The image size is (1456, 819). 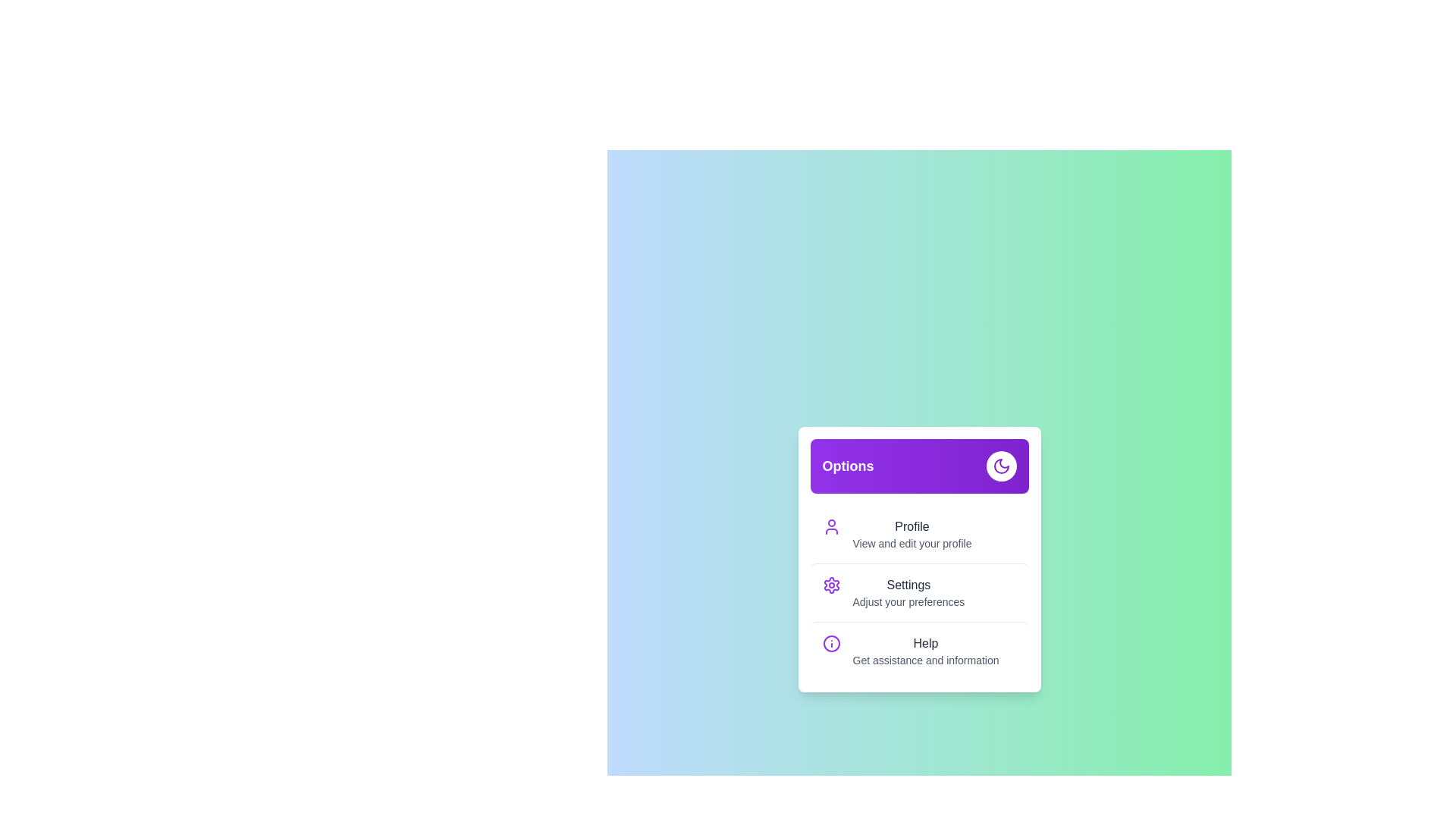 I want to click on the icon for Settings in the menu, so click(x=830, y=584).